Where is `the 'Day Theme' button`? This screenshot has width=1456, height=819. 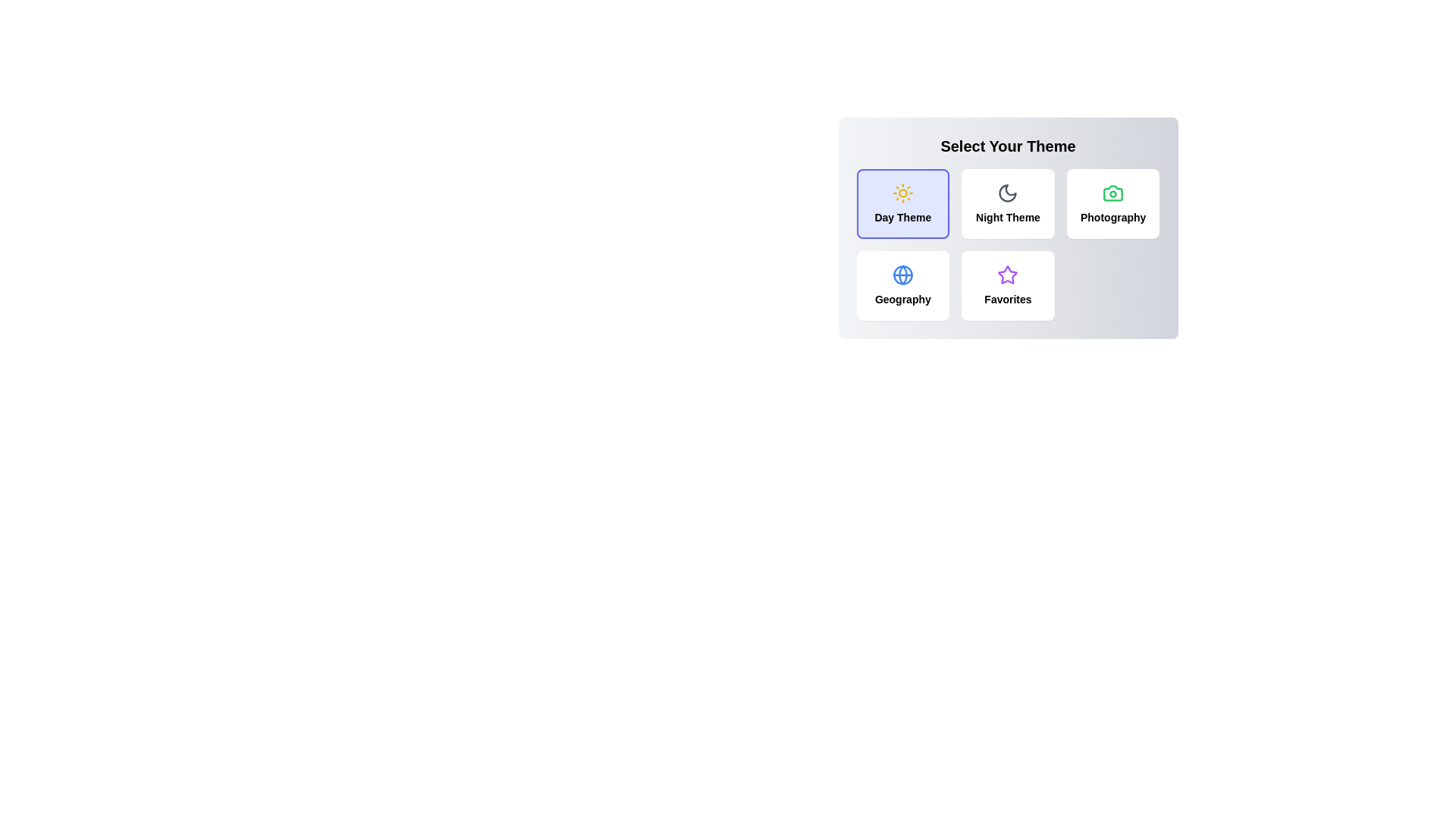
the 'Day Theme' button is located at coordinates (902, 203).